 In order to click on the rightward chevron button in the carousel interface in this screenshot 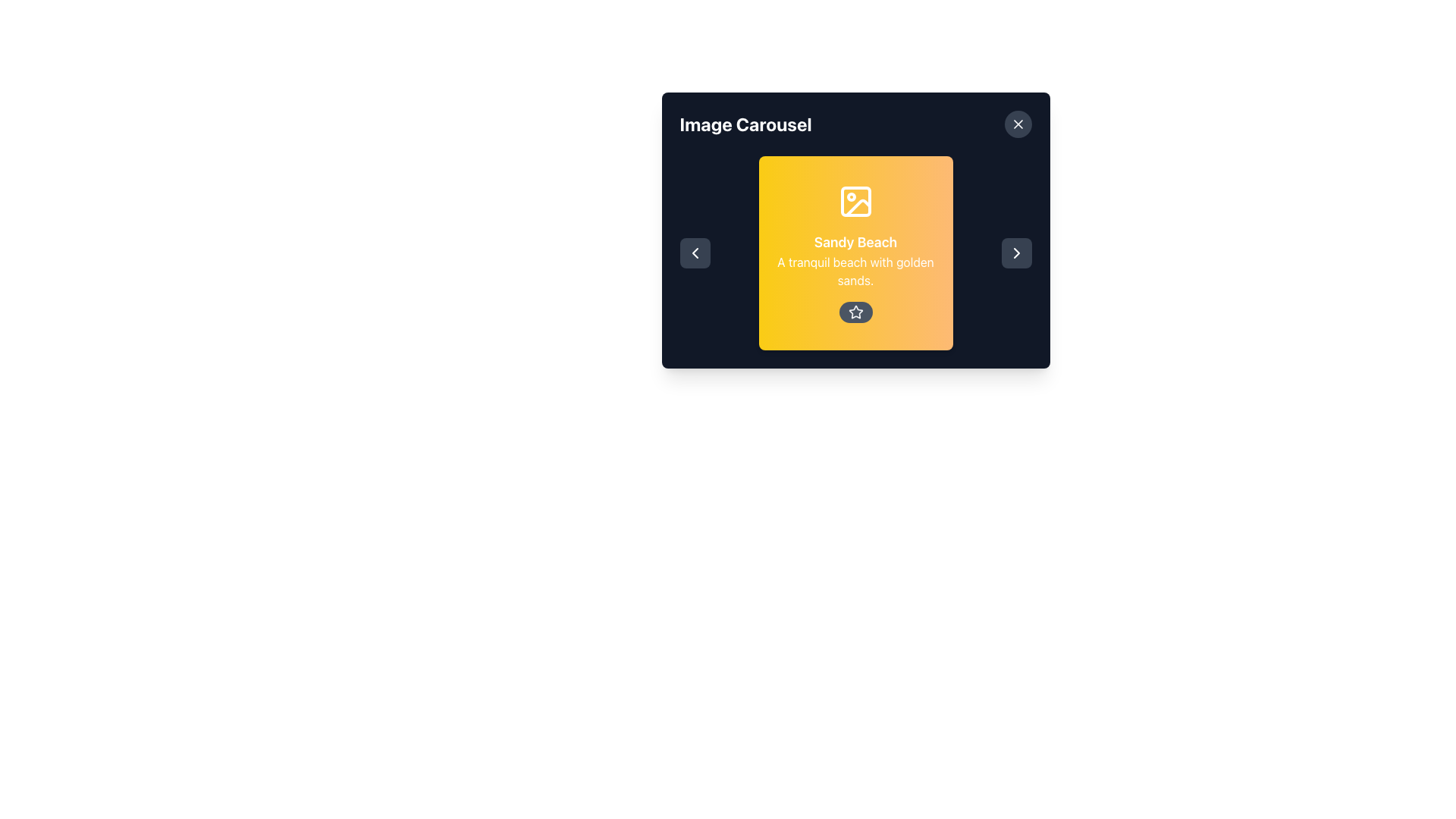, I will do `click(1016, 253)`.